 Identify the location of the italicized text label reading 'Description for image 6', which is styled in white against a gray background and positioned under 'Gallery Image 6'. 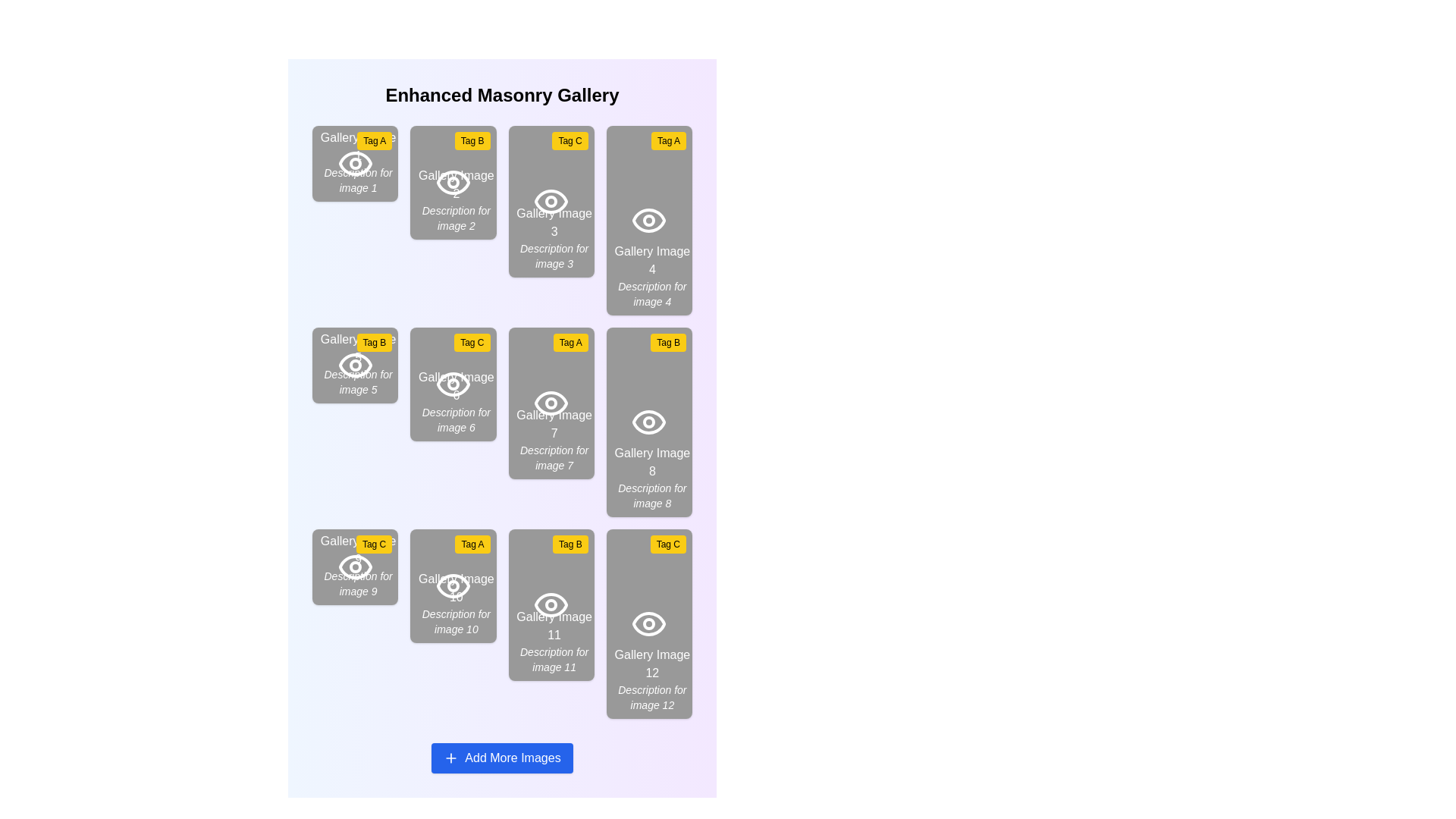
(455, 420).